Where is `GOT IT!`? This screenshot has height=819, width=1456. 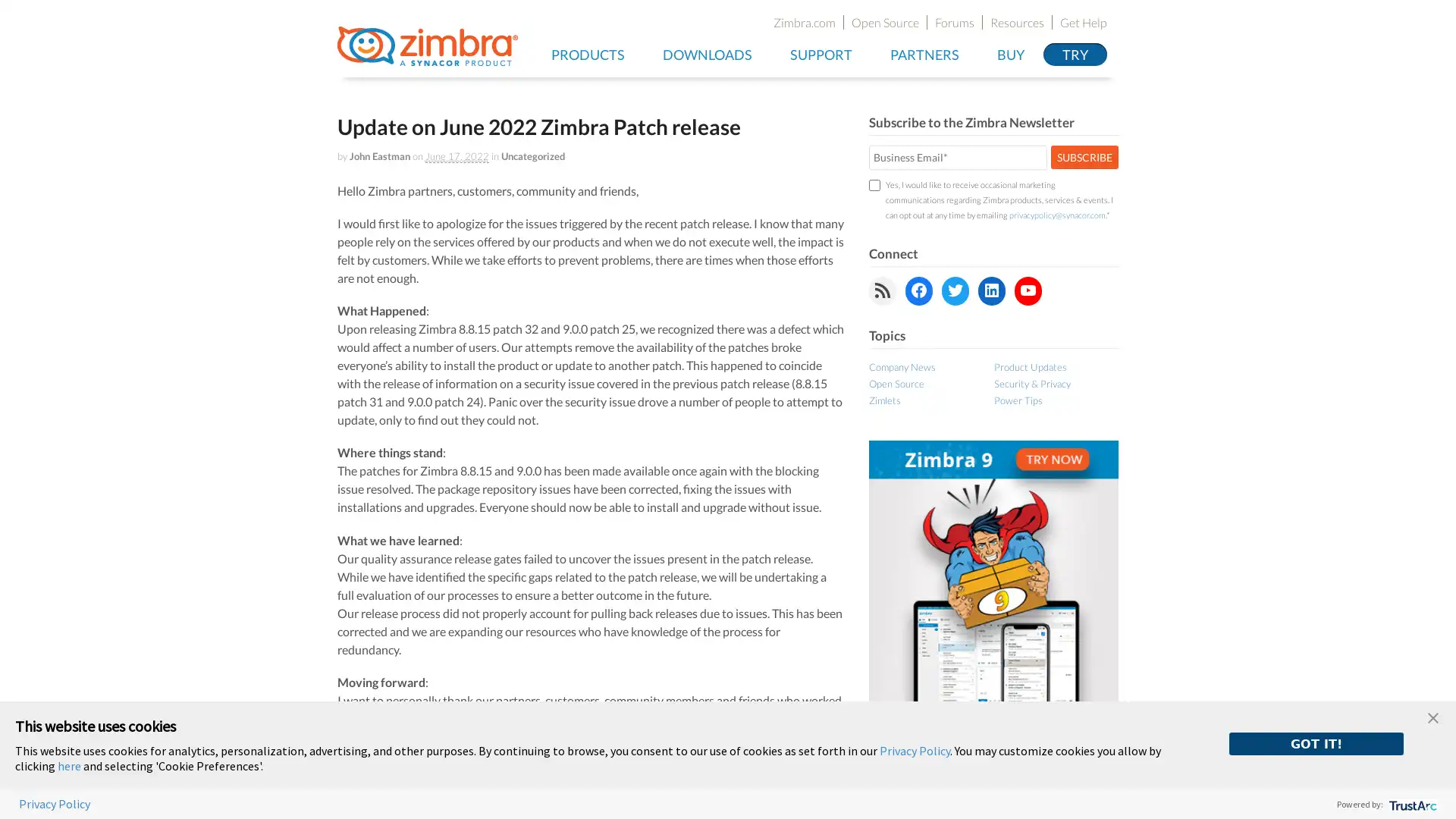
GOT IT! is located at coordinates (1316, 742).